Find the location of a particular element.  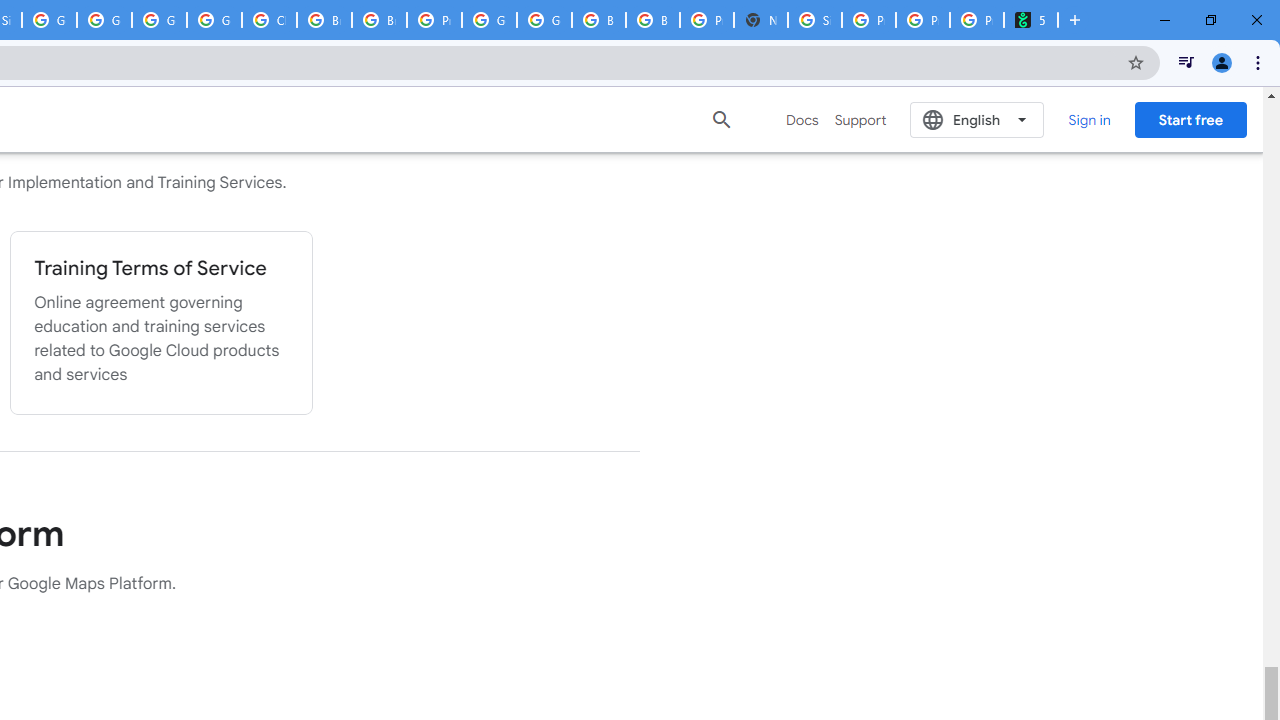

'New Tab' is located at coordinates (759, 20).